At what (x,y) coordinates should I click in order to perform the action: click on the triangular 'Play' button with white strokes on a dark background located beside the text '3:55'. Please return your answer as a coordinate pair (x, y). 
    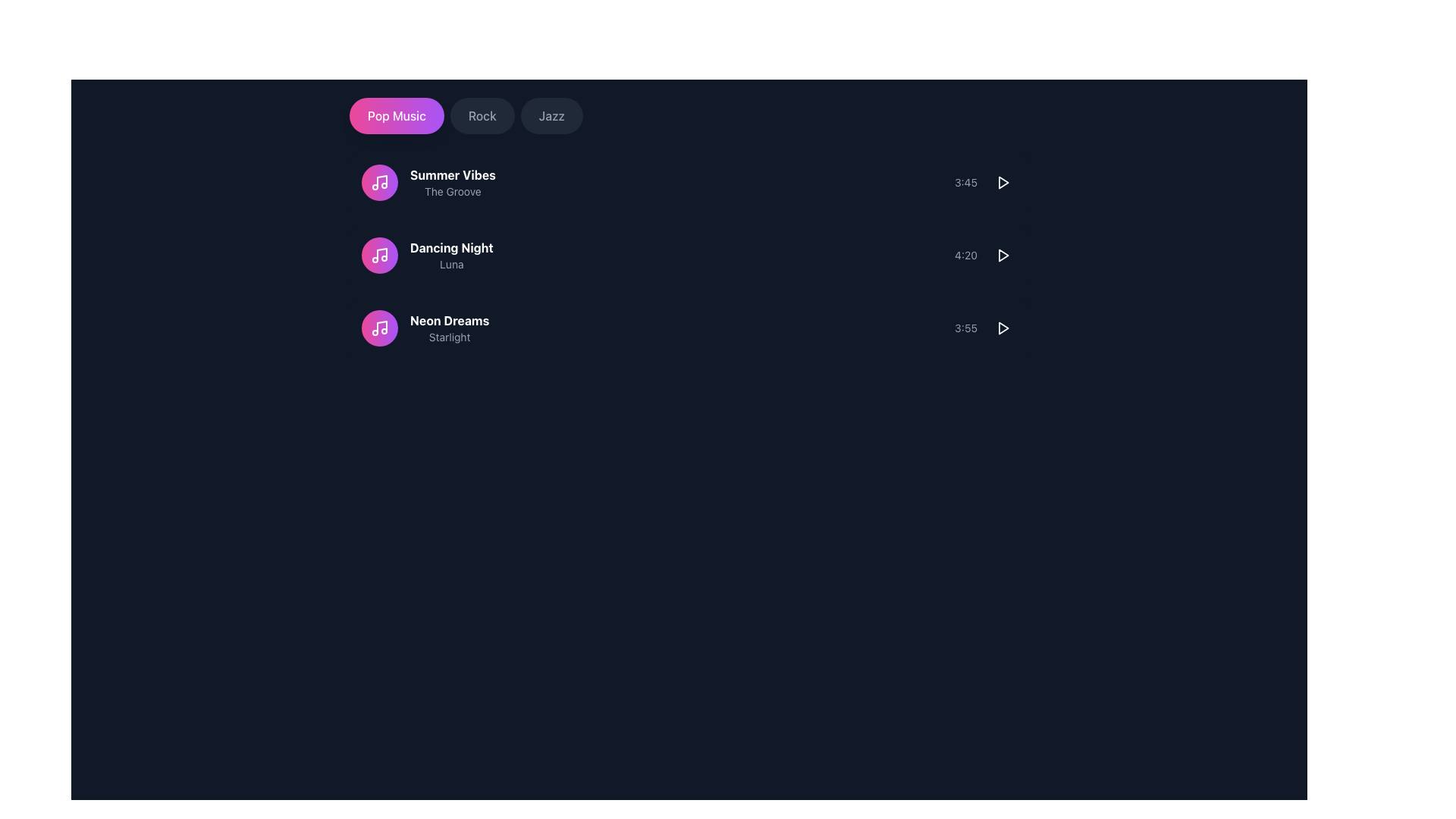
    Looking at the image, I should click on (1003, 327).